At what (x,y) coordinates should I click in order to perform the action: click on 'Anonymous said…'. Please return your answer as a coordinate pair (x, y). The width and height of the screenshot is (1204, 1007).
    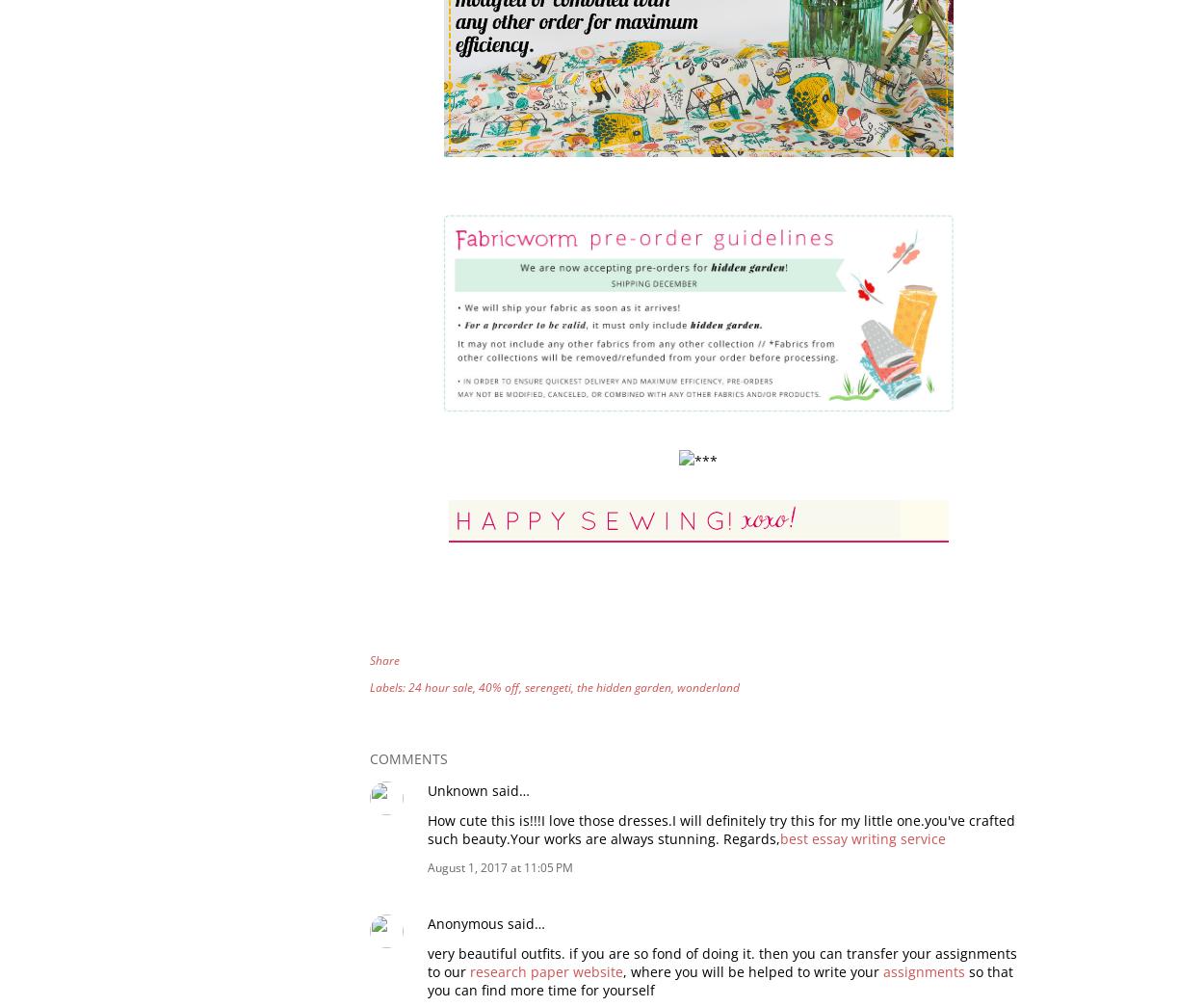
    Looking at the image, I should click on (427, 921).